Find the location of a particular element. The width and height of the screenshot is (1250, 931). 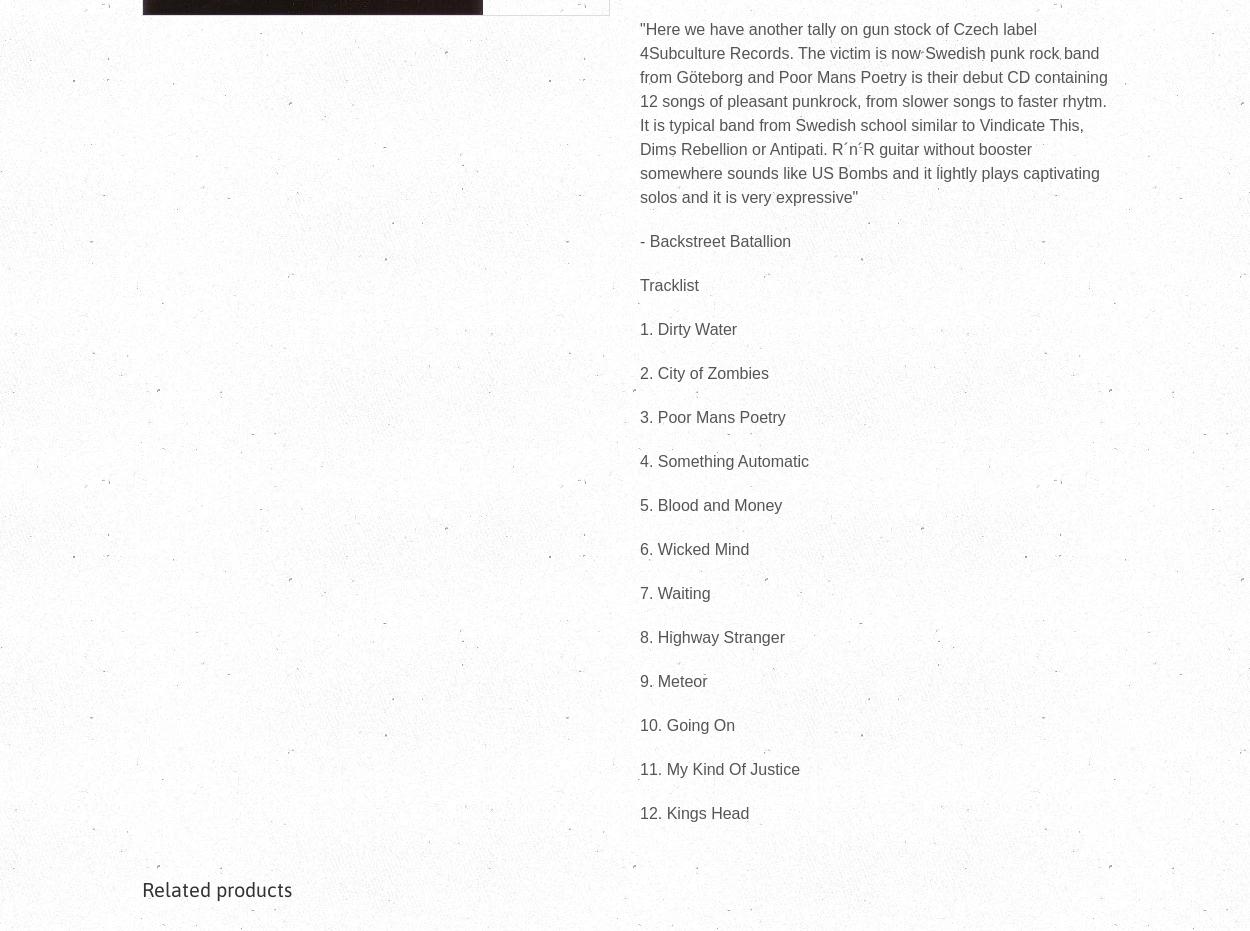

'12. Kings Head' is located at coordinates (693, 812).